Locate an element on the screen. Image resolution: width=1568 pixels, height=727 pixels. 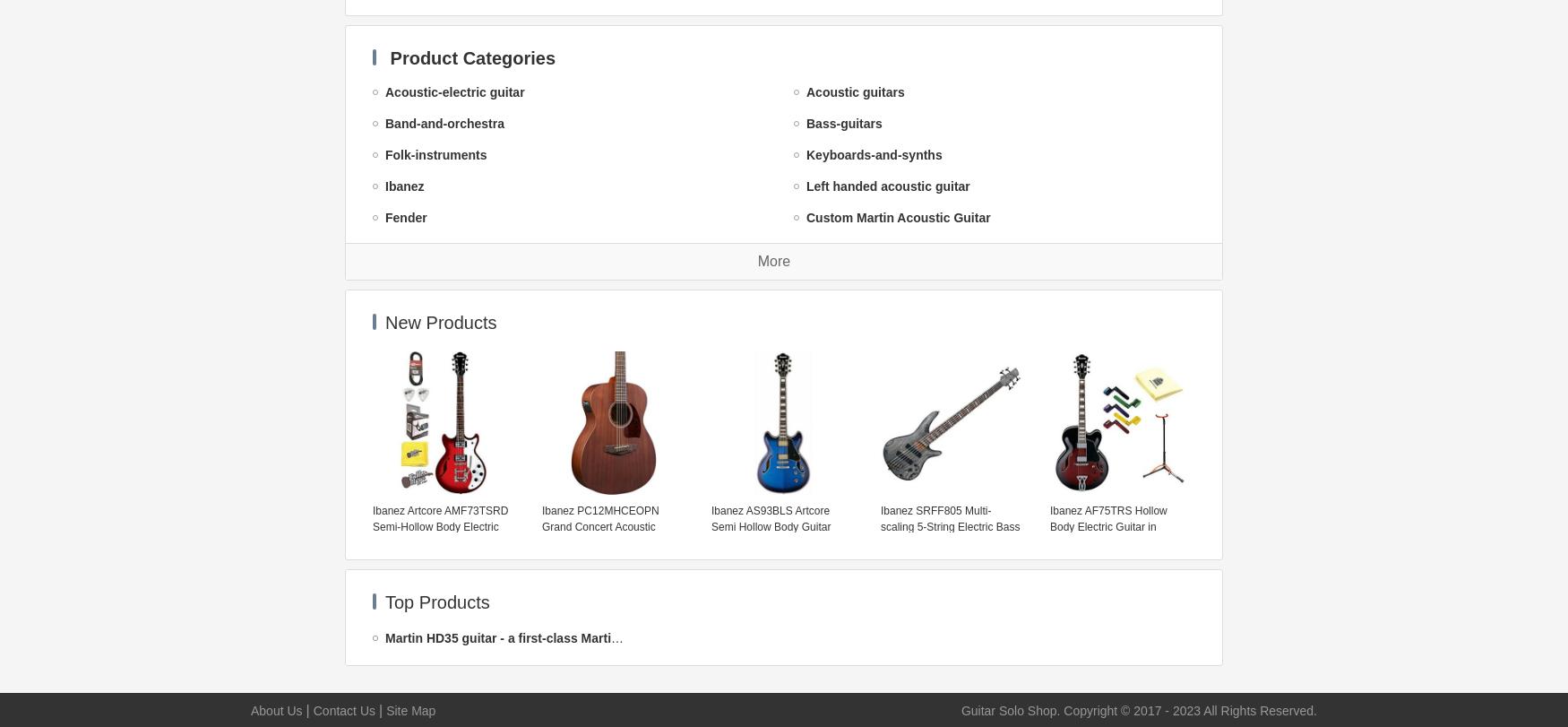
'Grestch Guitar' is located at coordinates (850, 498).